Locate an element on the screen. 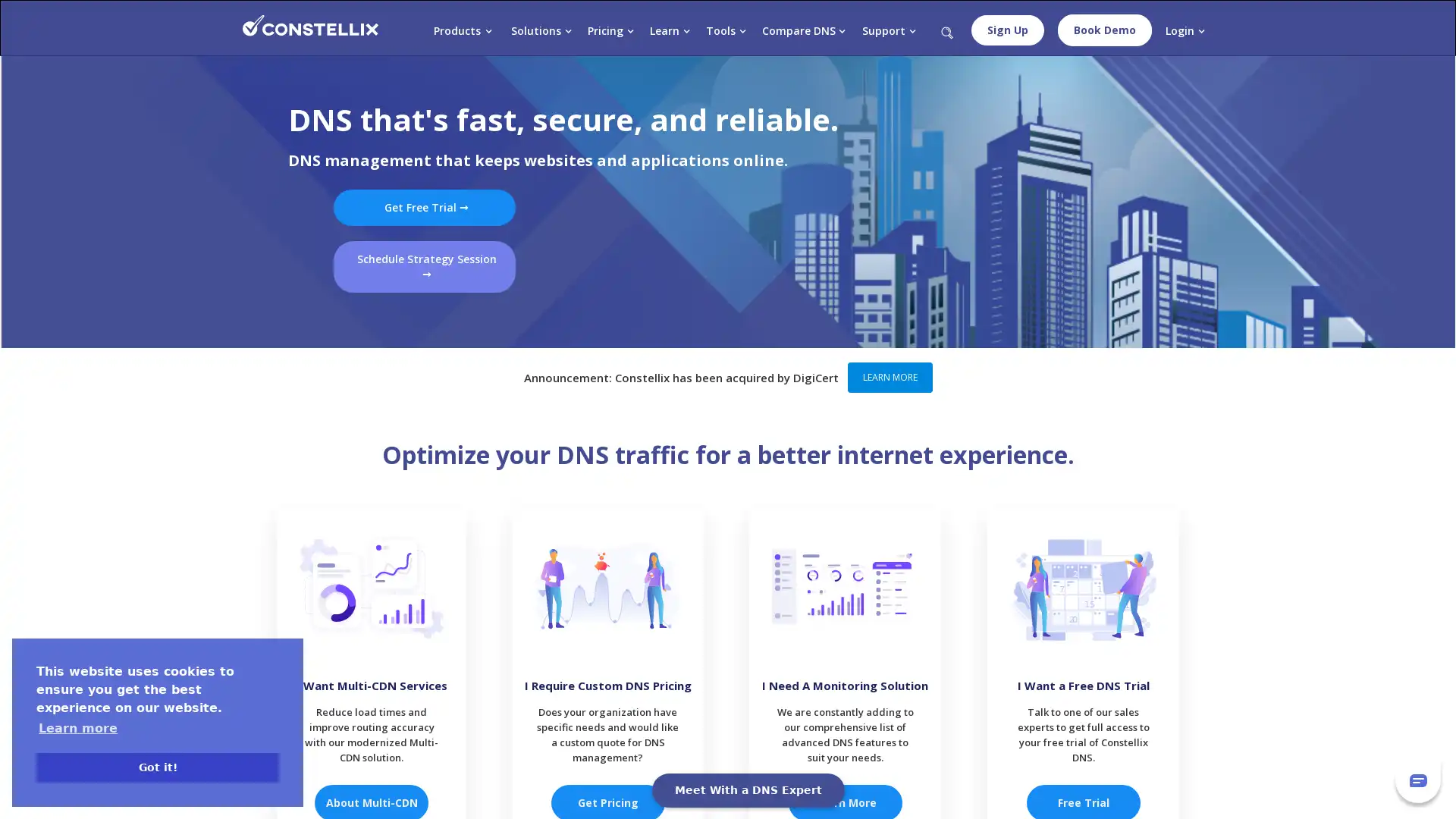 Image resolution: width=1456 pixels, height=819 pixels. learn more about cookies is located at coordinates (77, 727).